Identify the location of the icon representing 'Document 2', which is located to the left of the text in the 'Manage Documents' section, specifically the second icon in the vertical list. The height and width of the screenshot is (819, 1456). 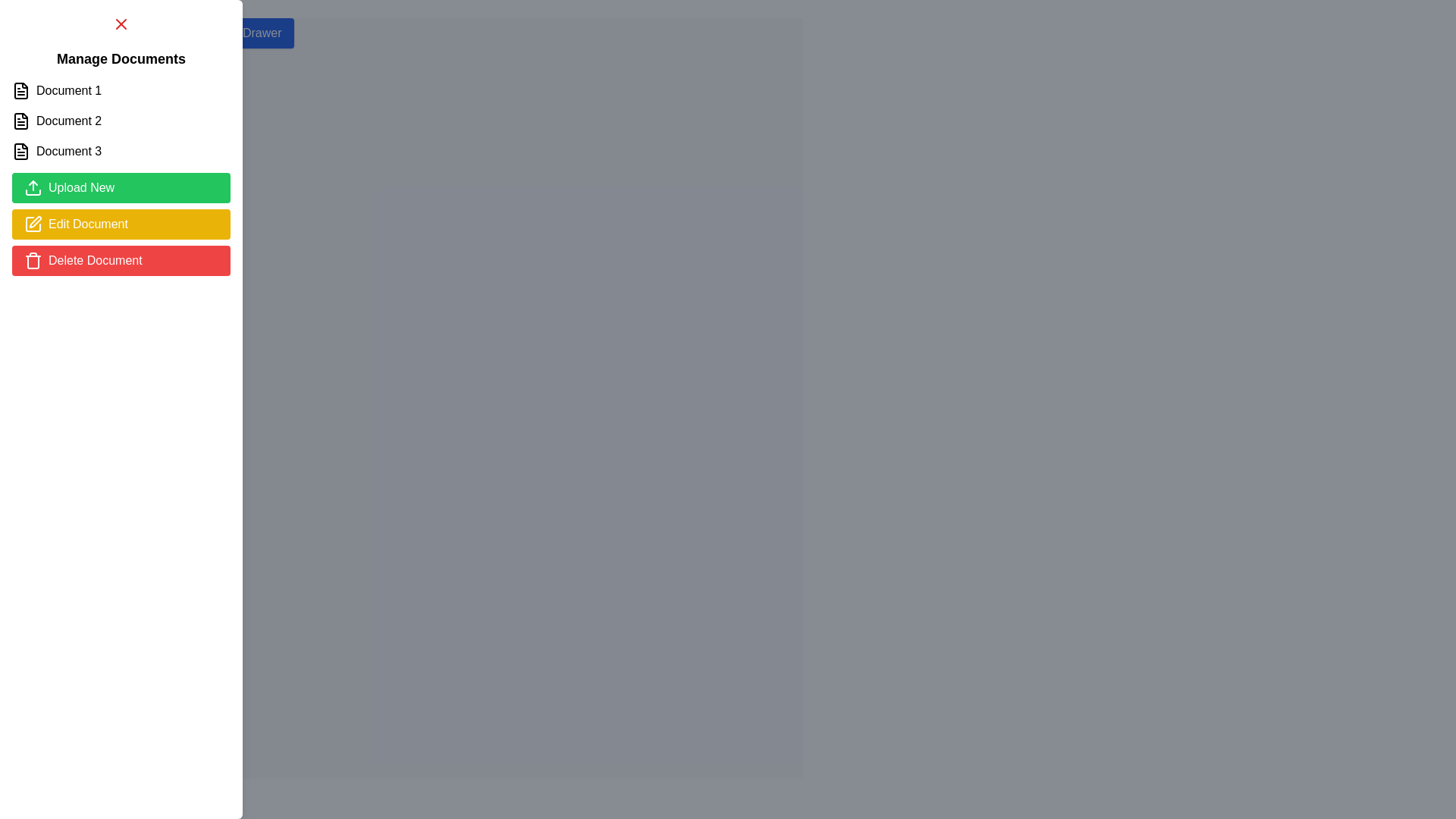
(21, 120).